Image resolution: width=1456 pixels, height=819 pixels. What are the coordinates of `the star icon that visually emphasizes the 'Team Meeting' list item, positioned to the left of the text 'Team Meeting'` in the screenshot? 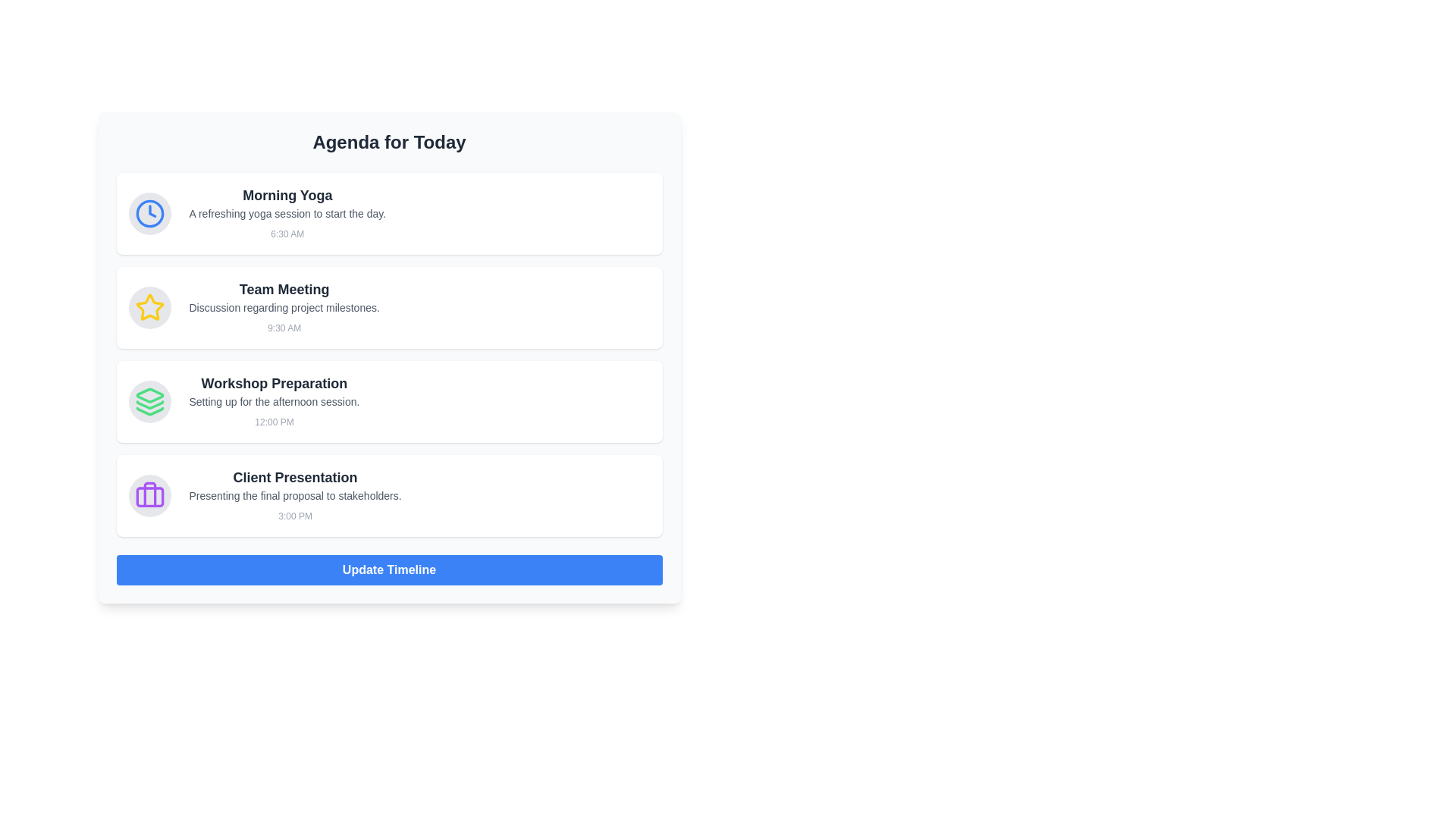 It's located at (149, 307).